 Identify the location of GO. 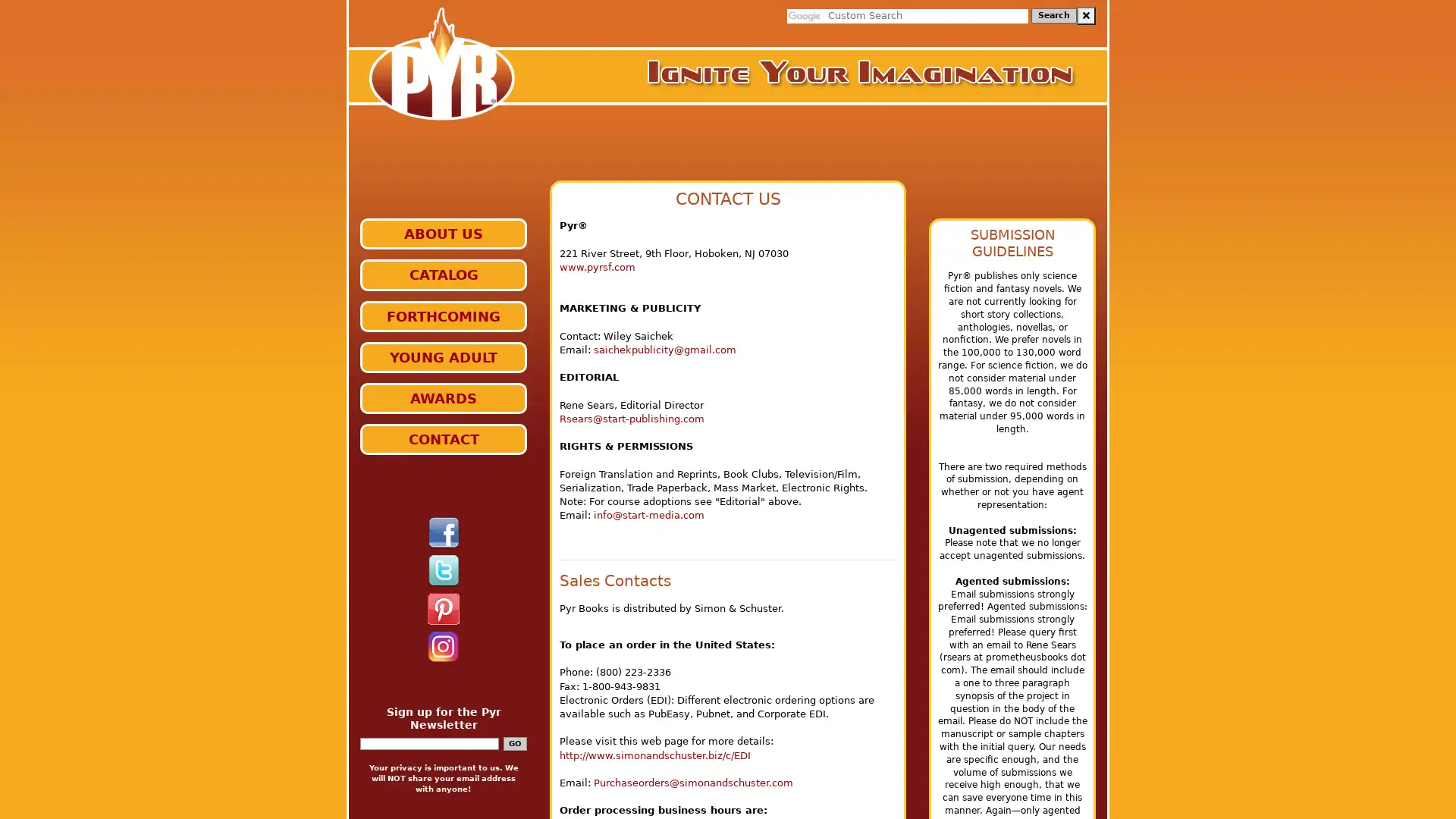
(514, 742).